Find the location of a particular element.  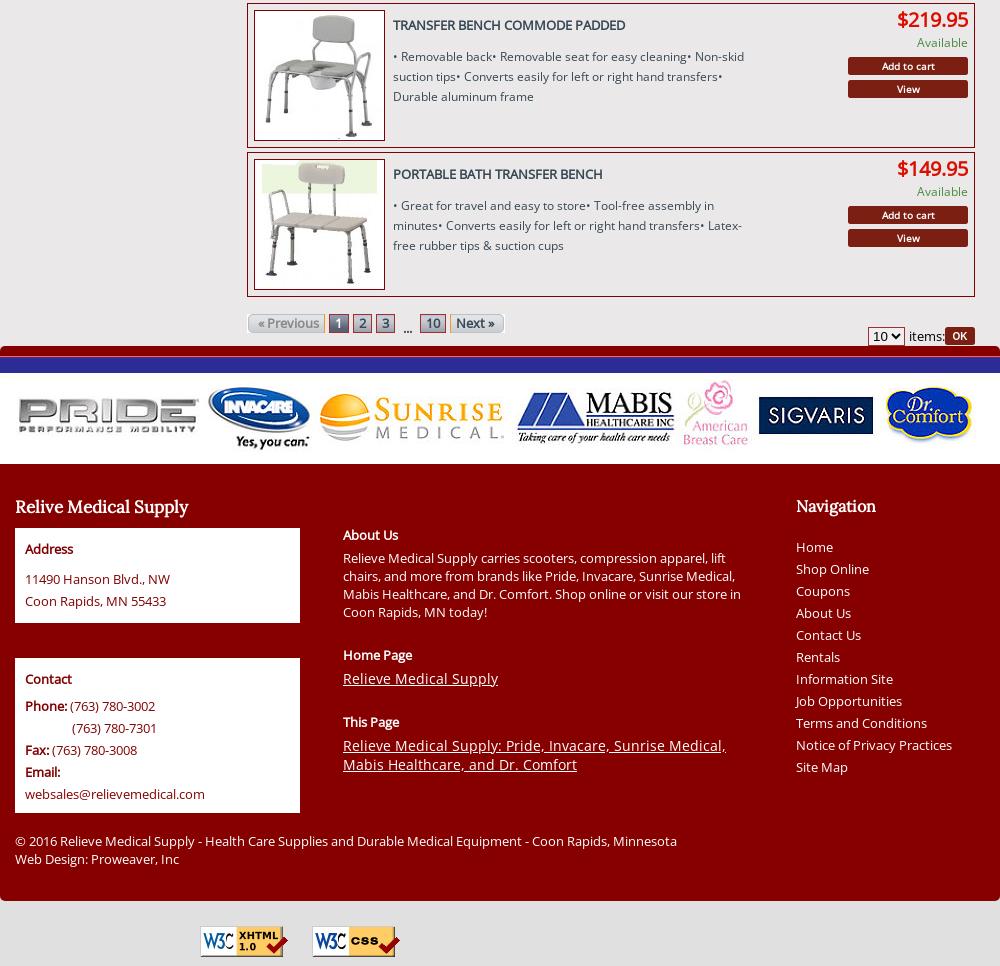

'Contact' is located at coordinates (48, 678).